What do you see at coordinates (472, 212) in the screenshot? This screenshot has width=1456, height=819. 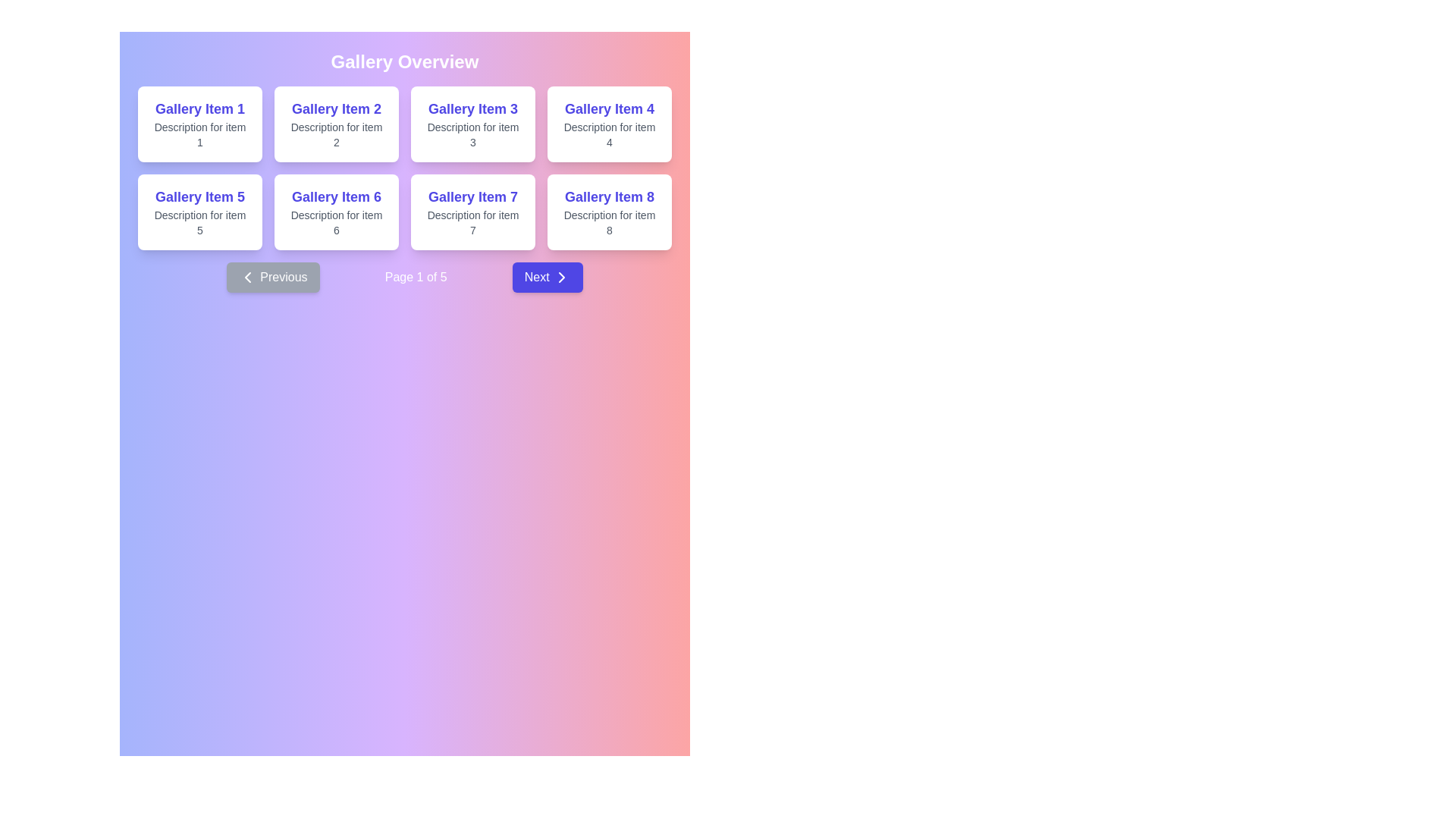 I see `the gallery item card located in the second row, third column of the grid layout, providing information about the item` at bounding box center [472, 212].